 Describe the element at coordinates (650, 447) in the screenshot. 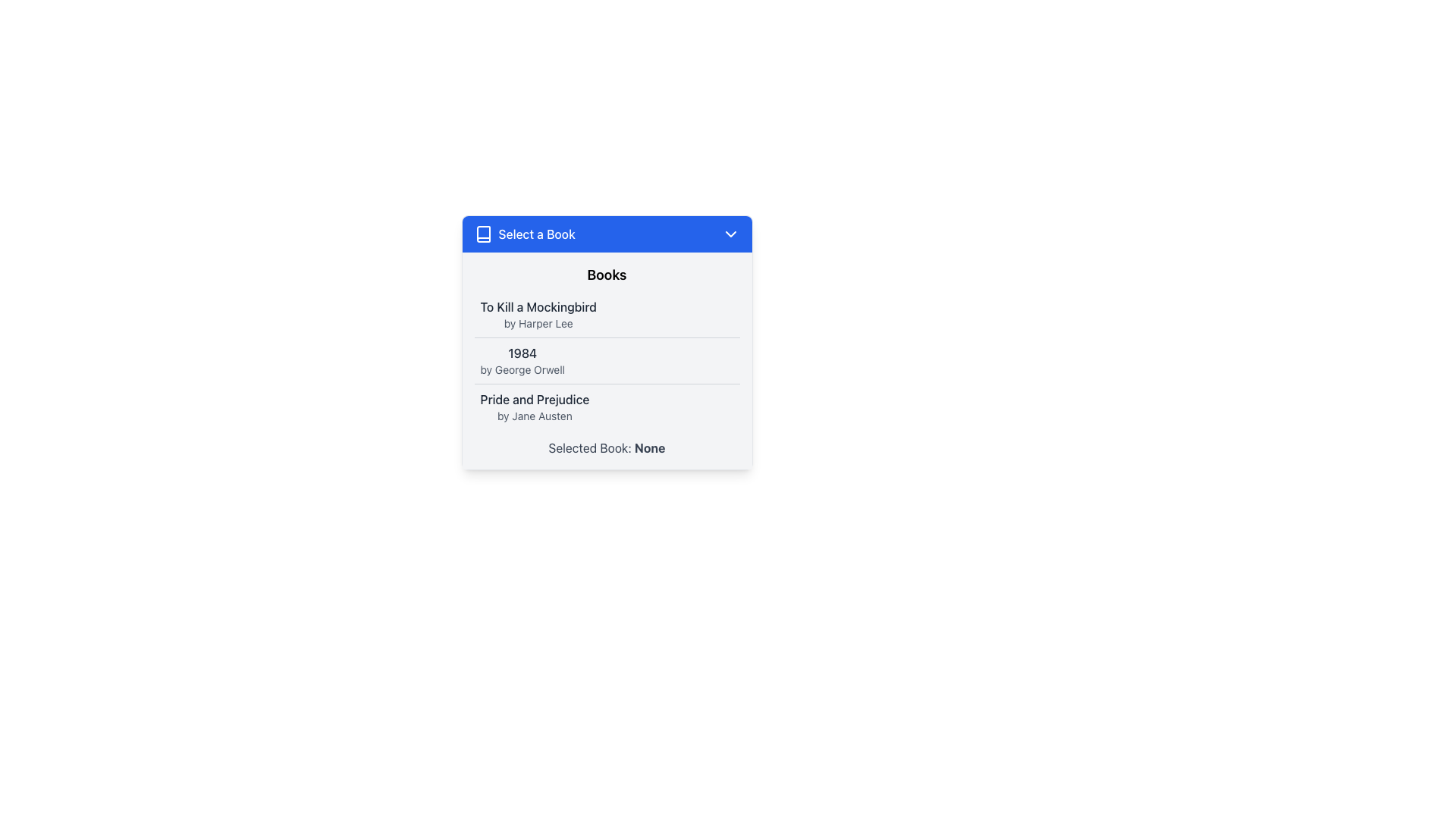

I see `the text label indicating 'None' which informs that no book has been selected` at that location.